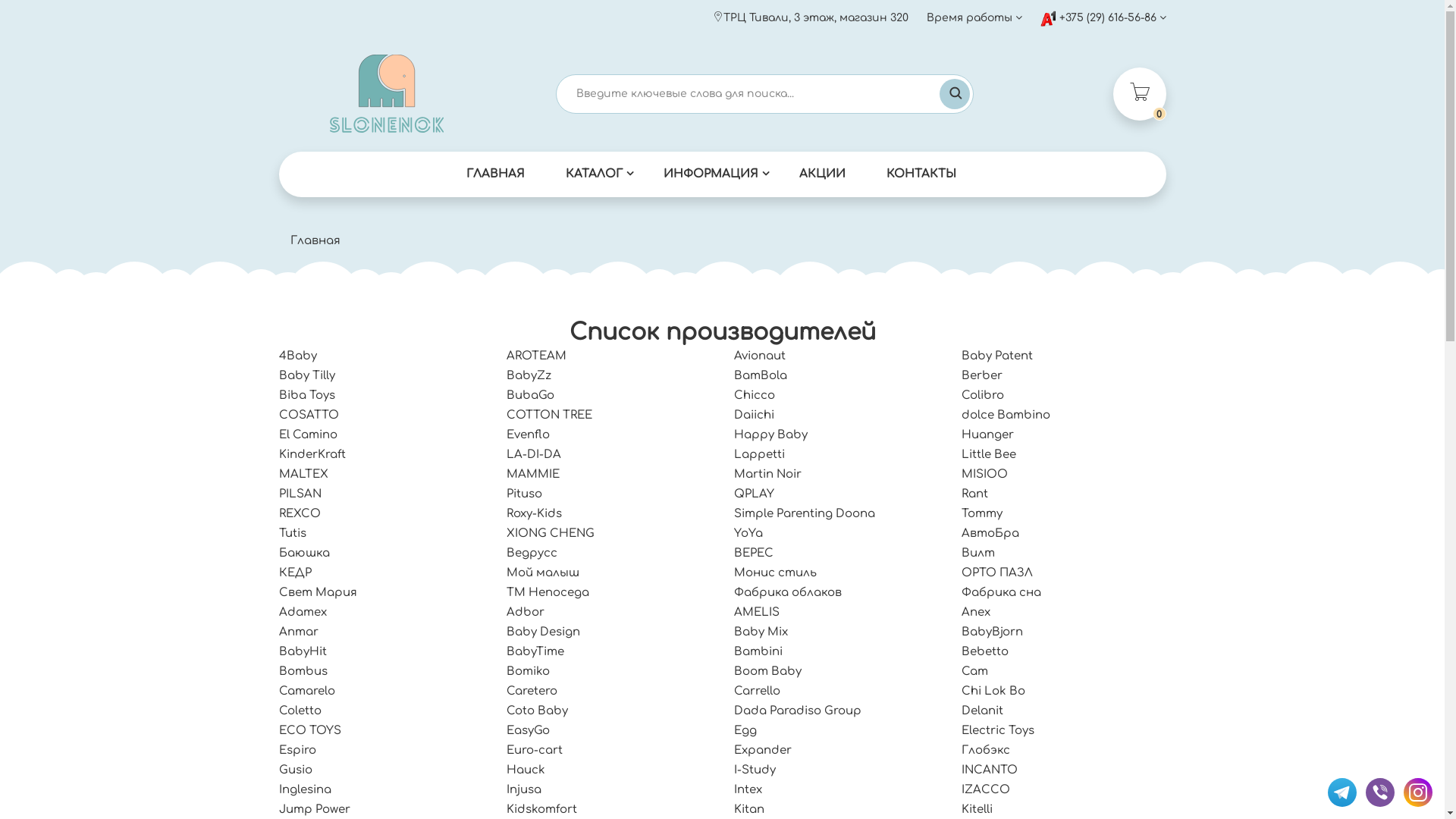  Describe the element at coordinates (754, 494) in the screenshot. I see `'QPLAY'` at that location.